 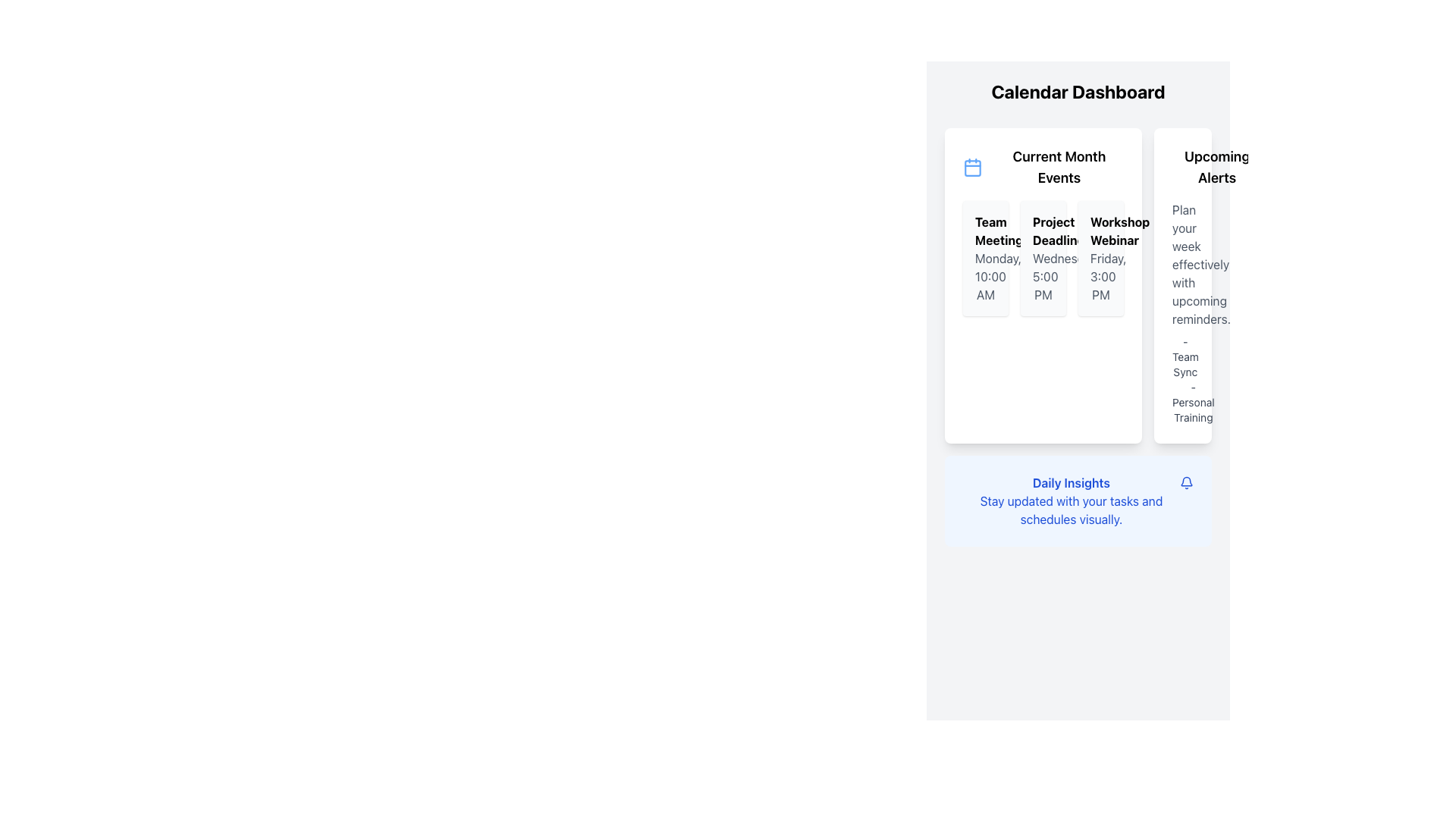 I want to click on the Text Label that informs the user of the specific time for the 'Team Meeting', so click(x=986, y=277).